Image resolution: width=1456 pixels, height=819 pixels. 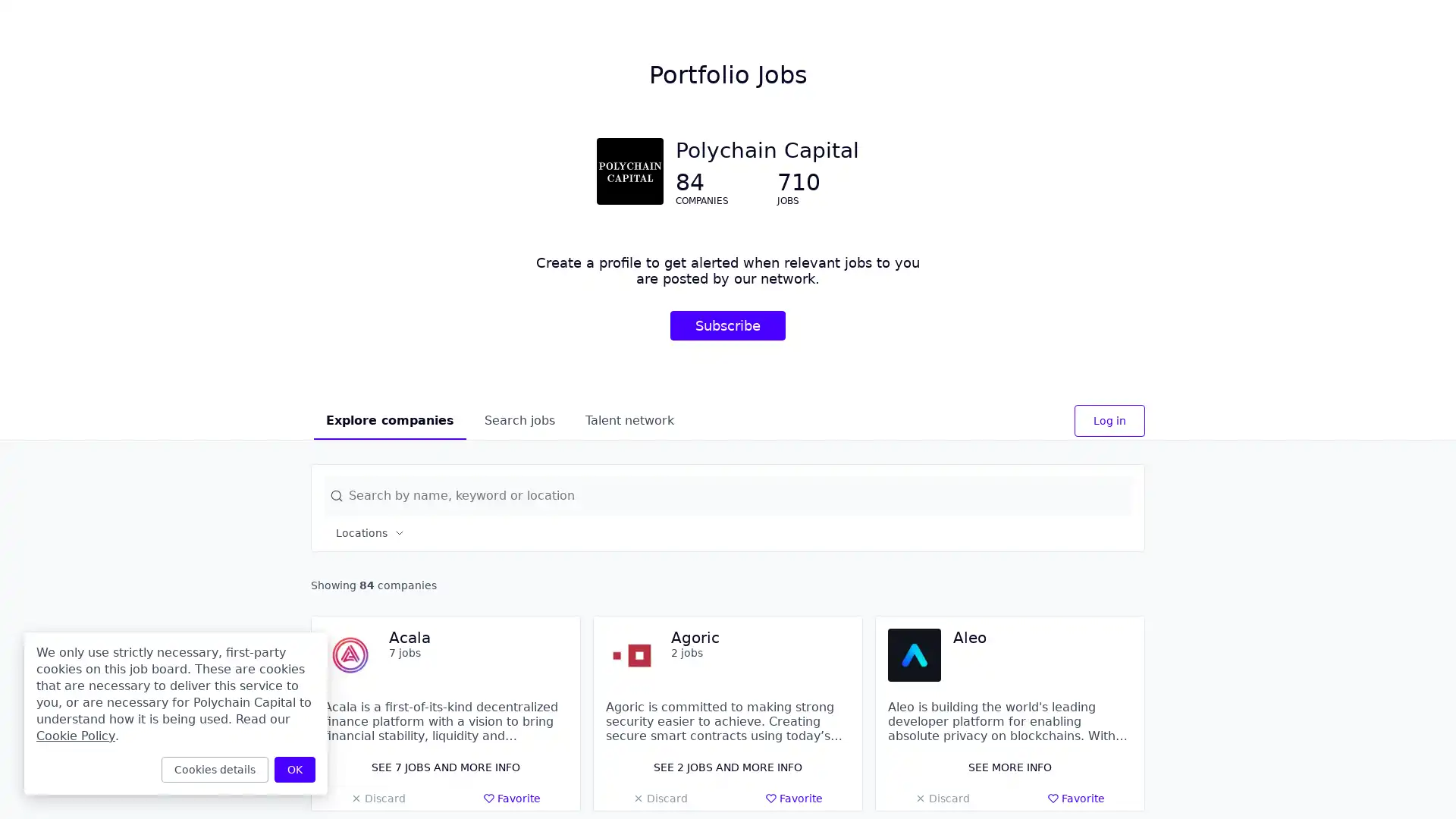 What do you see at coordinates (512, 798) in the screenshot?
I see `Favorite` at bounding box center [512, 798].